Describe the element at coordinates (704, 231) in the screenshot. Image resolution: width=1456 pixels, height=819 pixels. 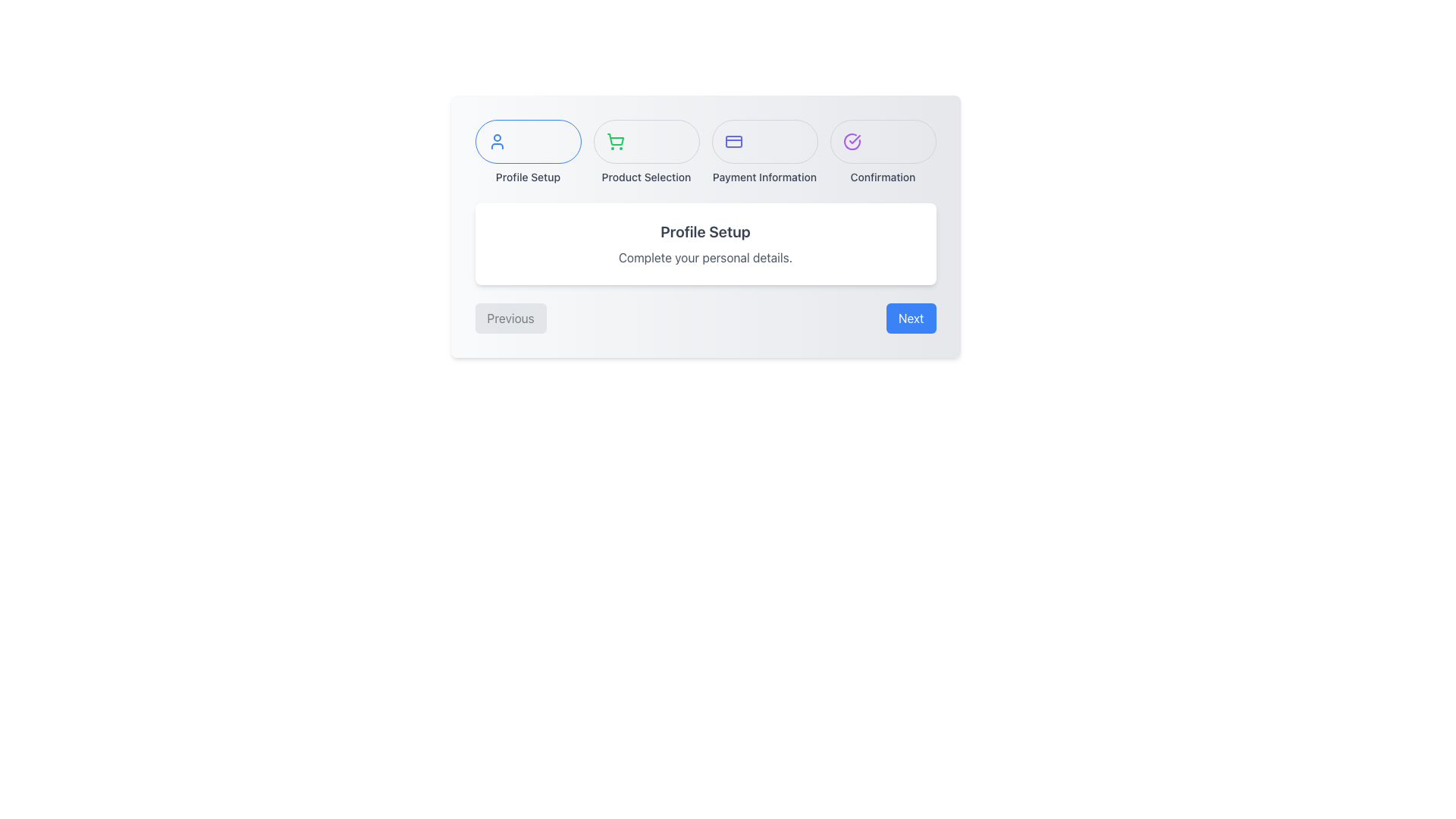
I see `text label displaying 'Profile Setup' which is located in the center of a white rounded box` at that location.